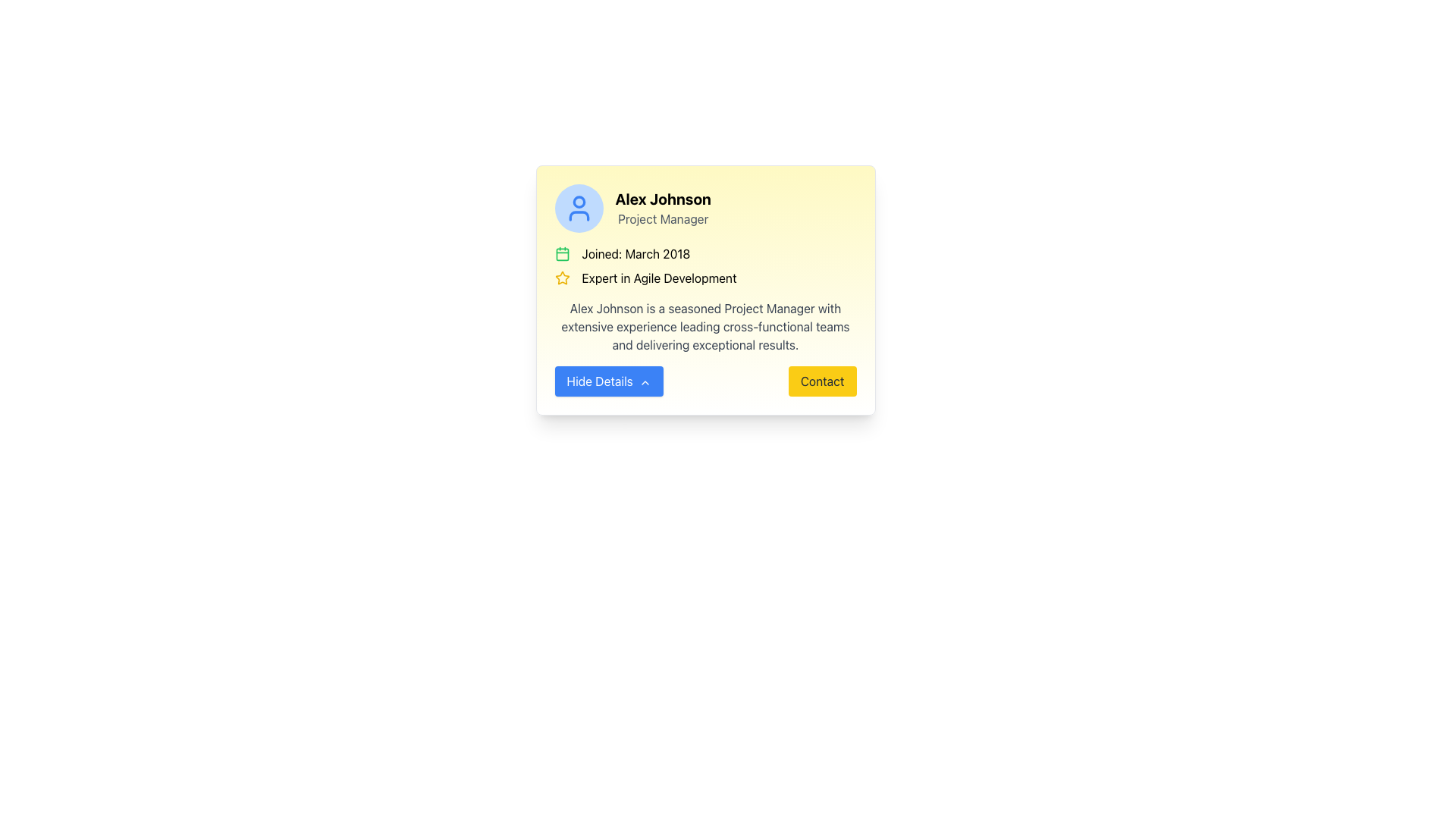  Describe the element at coordinates (663, 219) in the screenshot. I see `the job title text located directly beneath the name 'Alex Johnson' in the profile card` at that location.